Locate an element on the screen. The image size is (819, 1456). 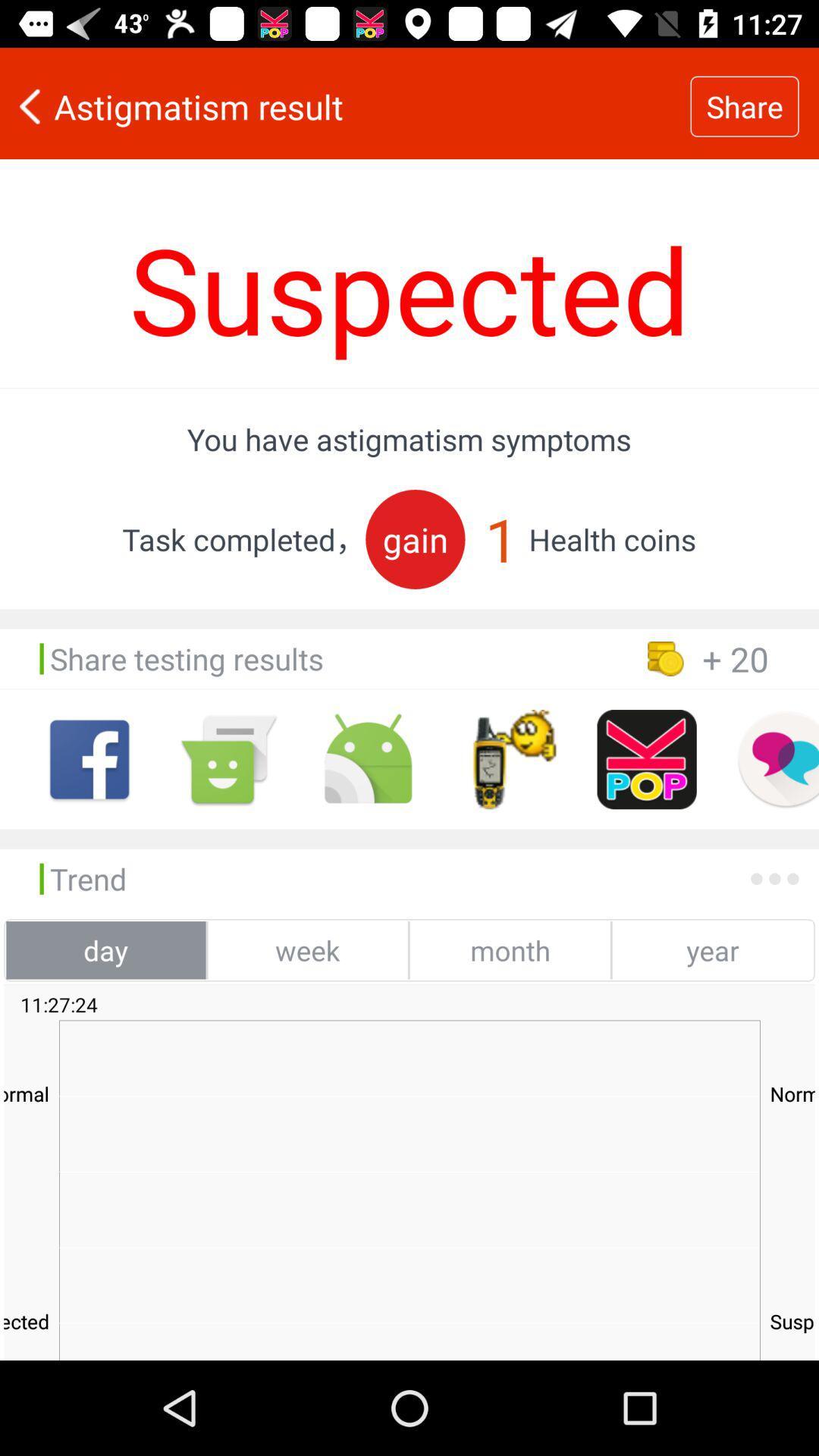
chat is located at coordinates (777, 759).